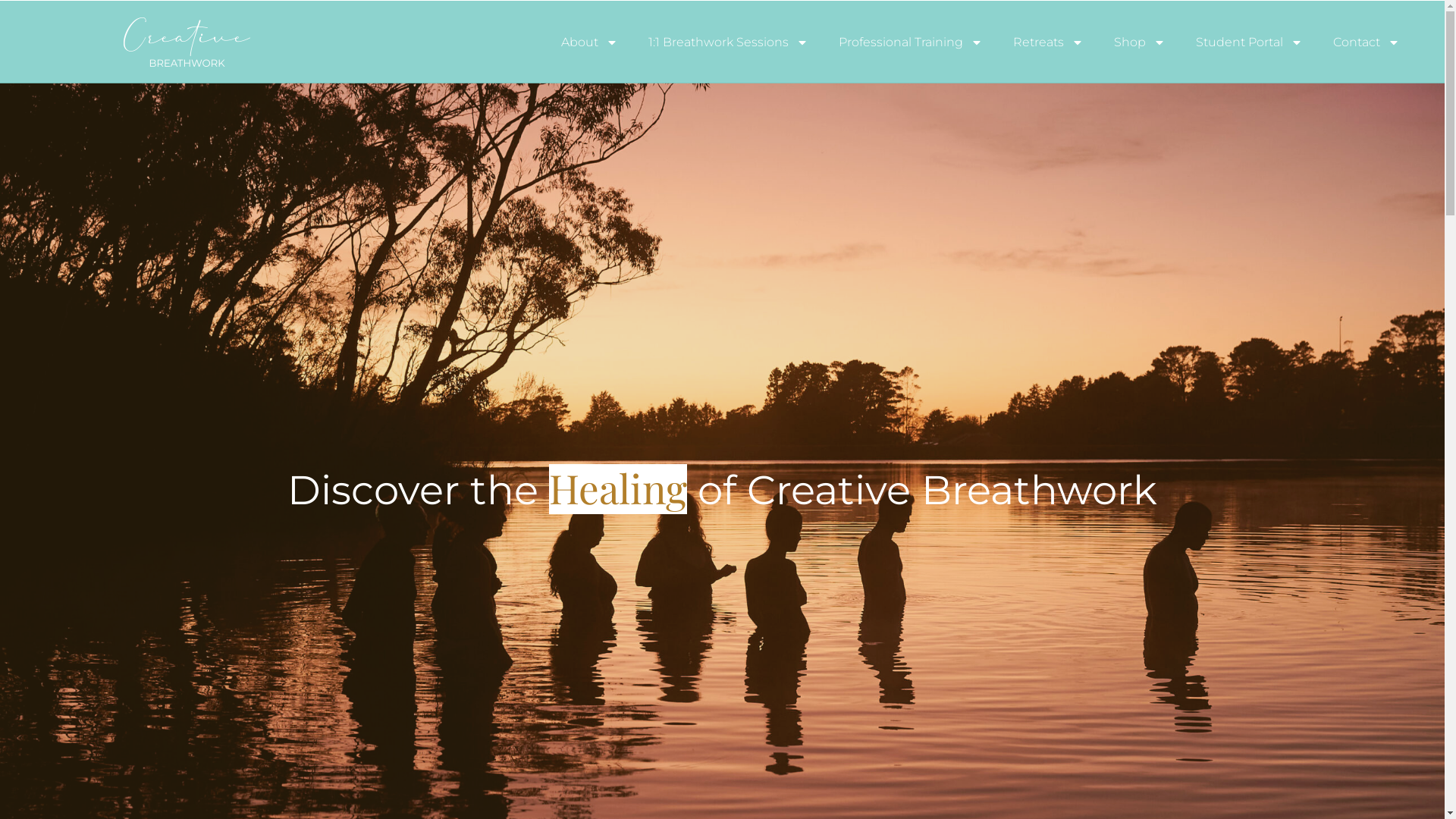 This screenshot has width=1456, height=819. Describe the element at coordinates (588, 40) in the screenshot. I see `'About'` at that location.